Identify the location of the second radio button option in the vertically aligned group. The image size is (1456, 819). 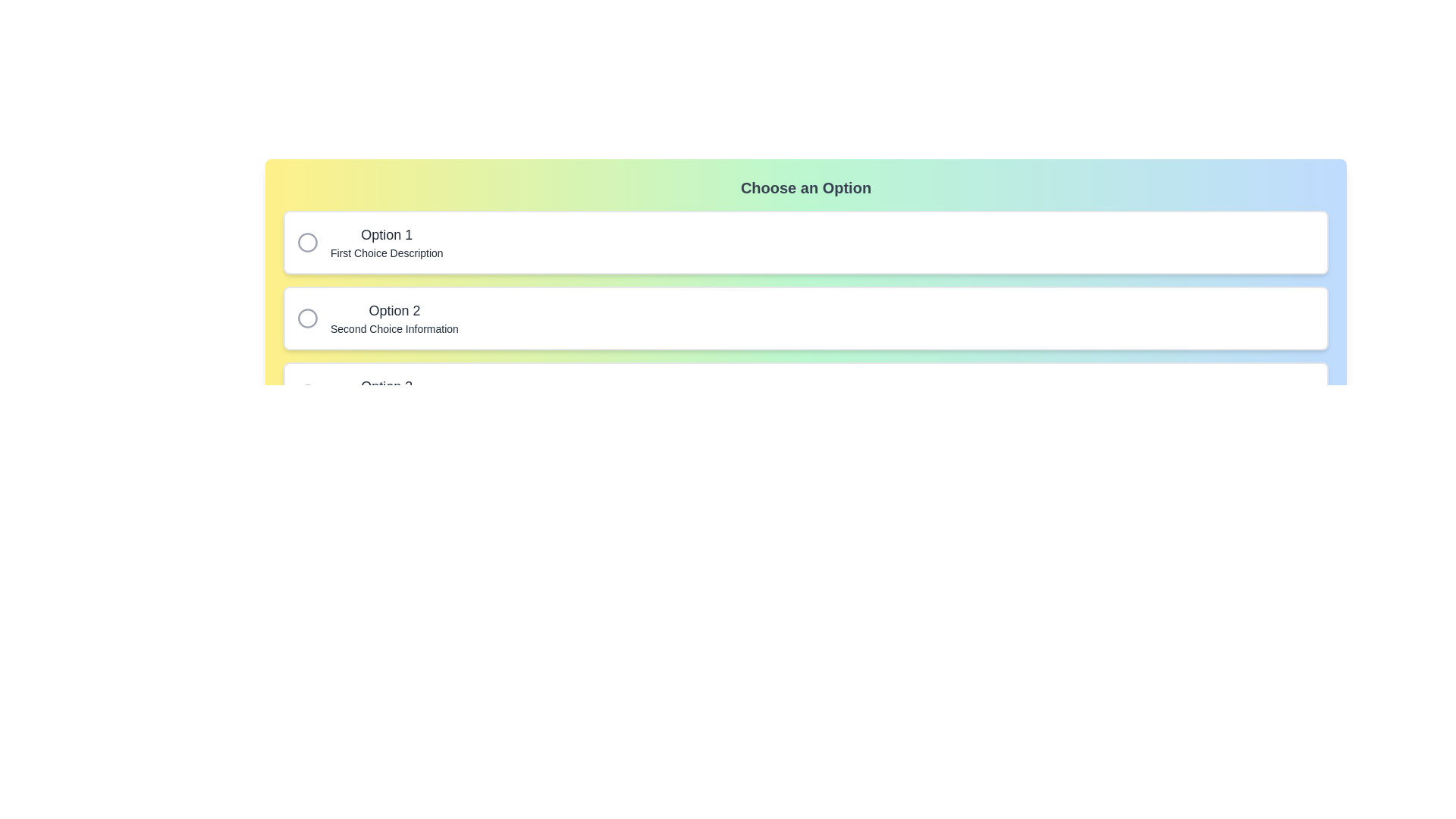
(805, 318).